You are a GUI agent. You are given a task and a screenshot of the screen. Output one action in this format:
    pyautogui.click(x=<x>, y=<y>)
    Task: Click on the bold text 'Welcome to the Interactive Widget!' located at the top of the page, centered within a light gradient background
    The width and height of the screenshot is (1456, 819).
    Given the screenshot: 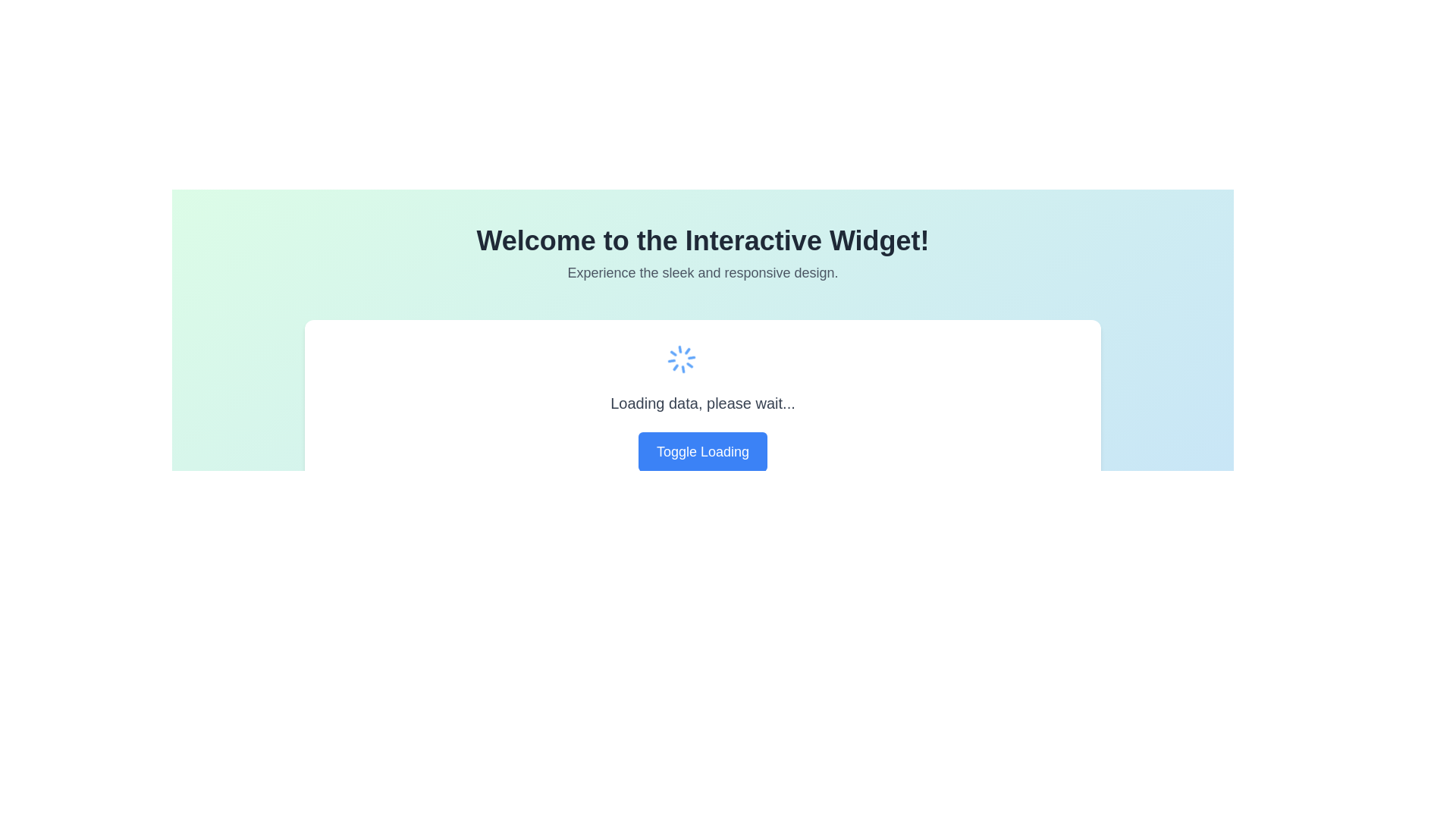 What is the action you would take?
    pyautogui.click(x=701, y=240)
    